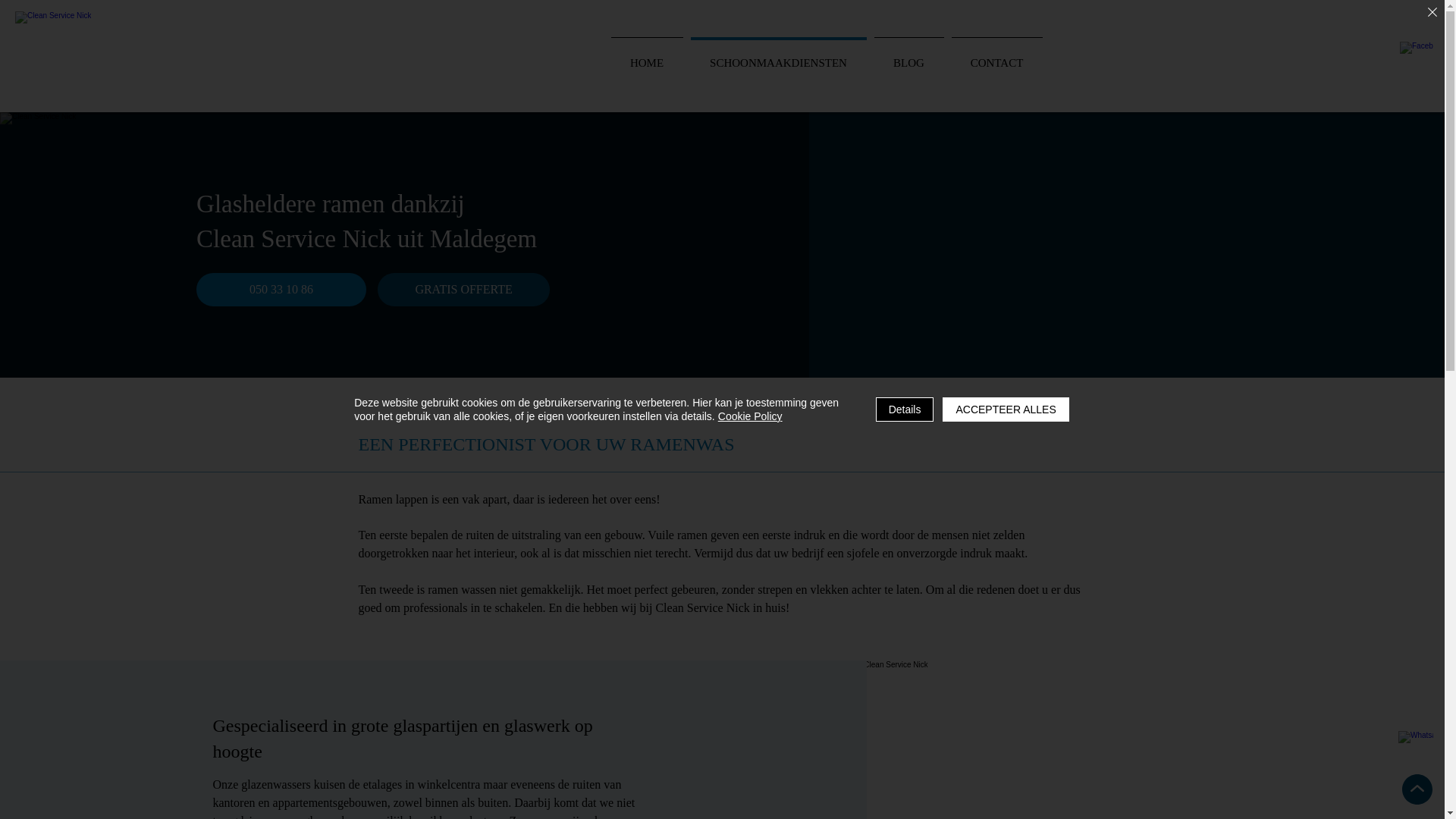 The image size is (1456, 819). I want to click on 'HOME', so click(646, 55).